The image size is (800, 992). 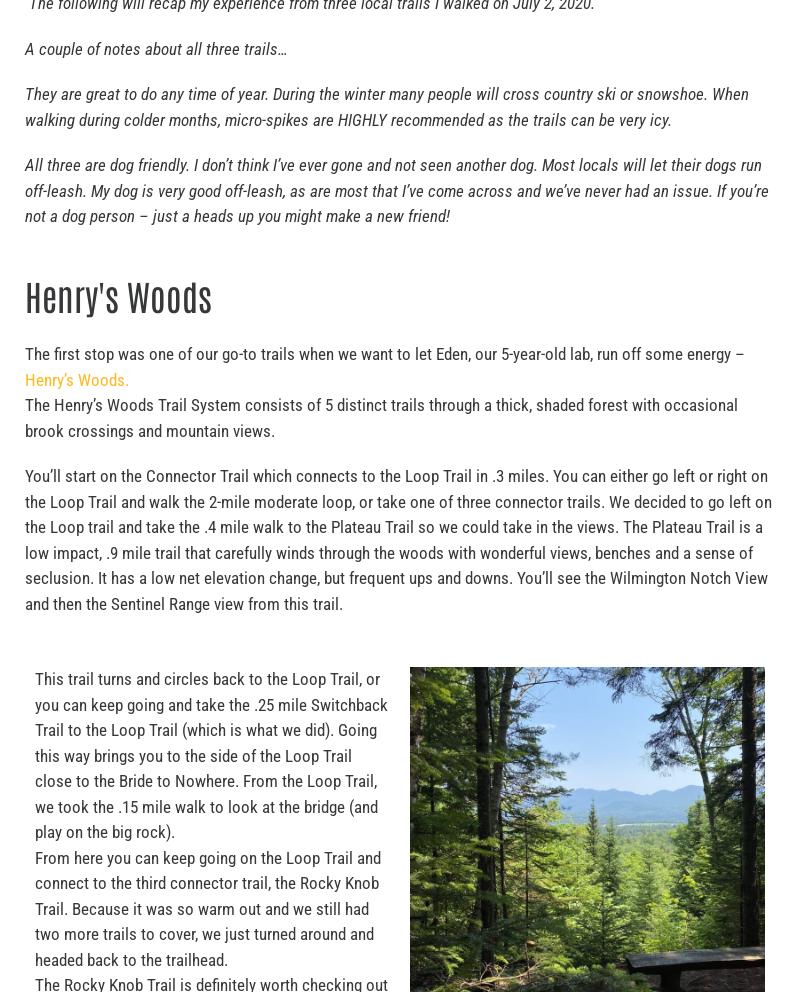 What do you see at coordinates (77, 379) in the screenshot?
I see `'Henry’s Woods.'` at bounding box center [77, 379].